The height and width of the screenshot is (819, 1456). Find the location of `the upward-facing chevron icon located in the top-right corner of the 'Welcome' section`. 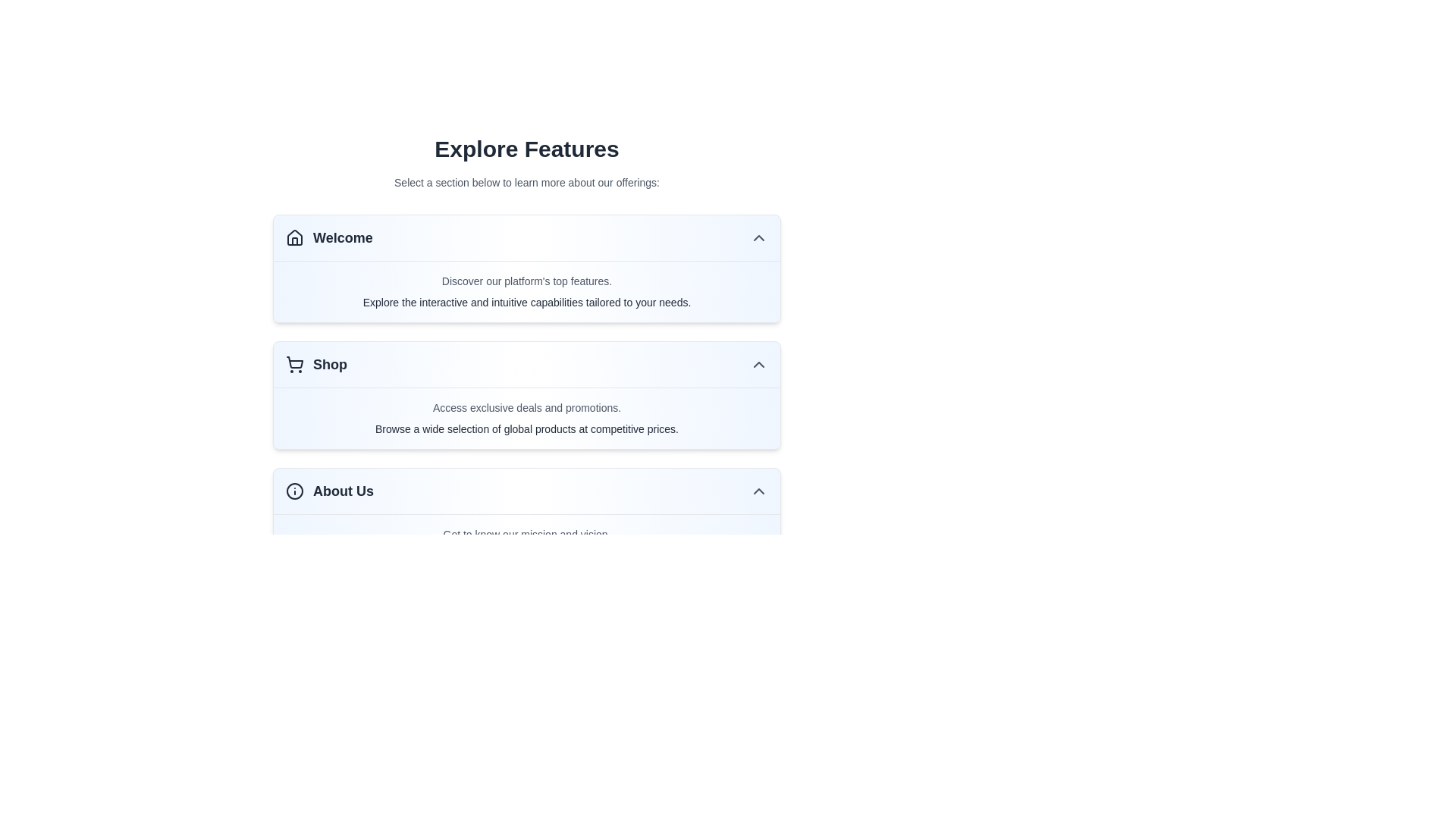

the upward-facing chevron icon located in the top-right corner of the 'Welcome' section is located at coordinates (759, 237).